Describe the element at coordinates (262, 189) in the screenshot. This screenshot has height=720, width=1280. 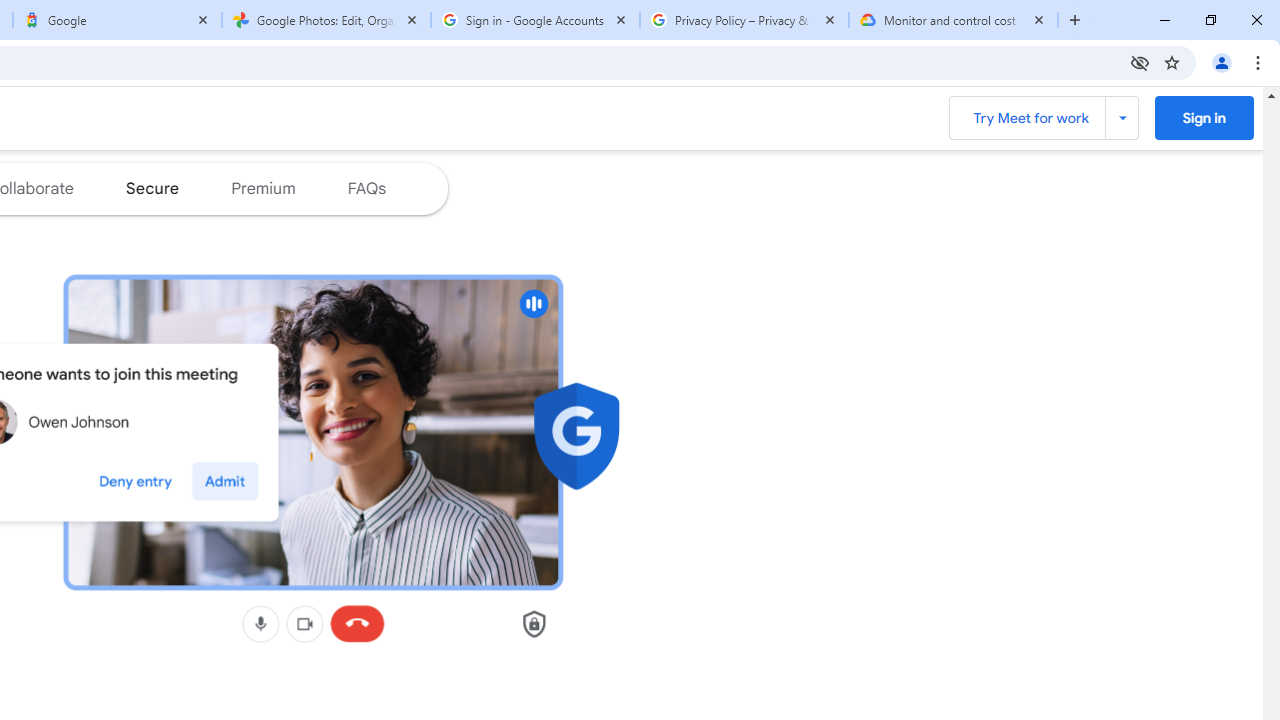
I see `'Jump to the premium section of the page'` at that location.